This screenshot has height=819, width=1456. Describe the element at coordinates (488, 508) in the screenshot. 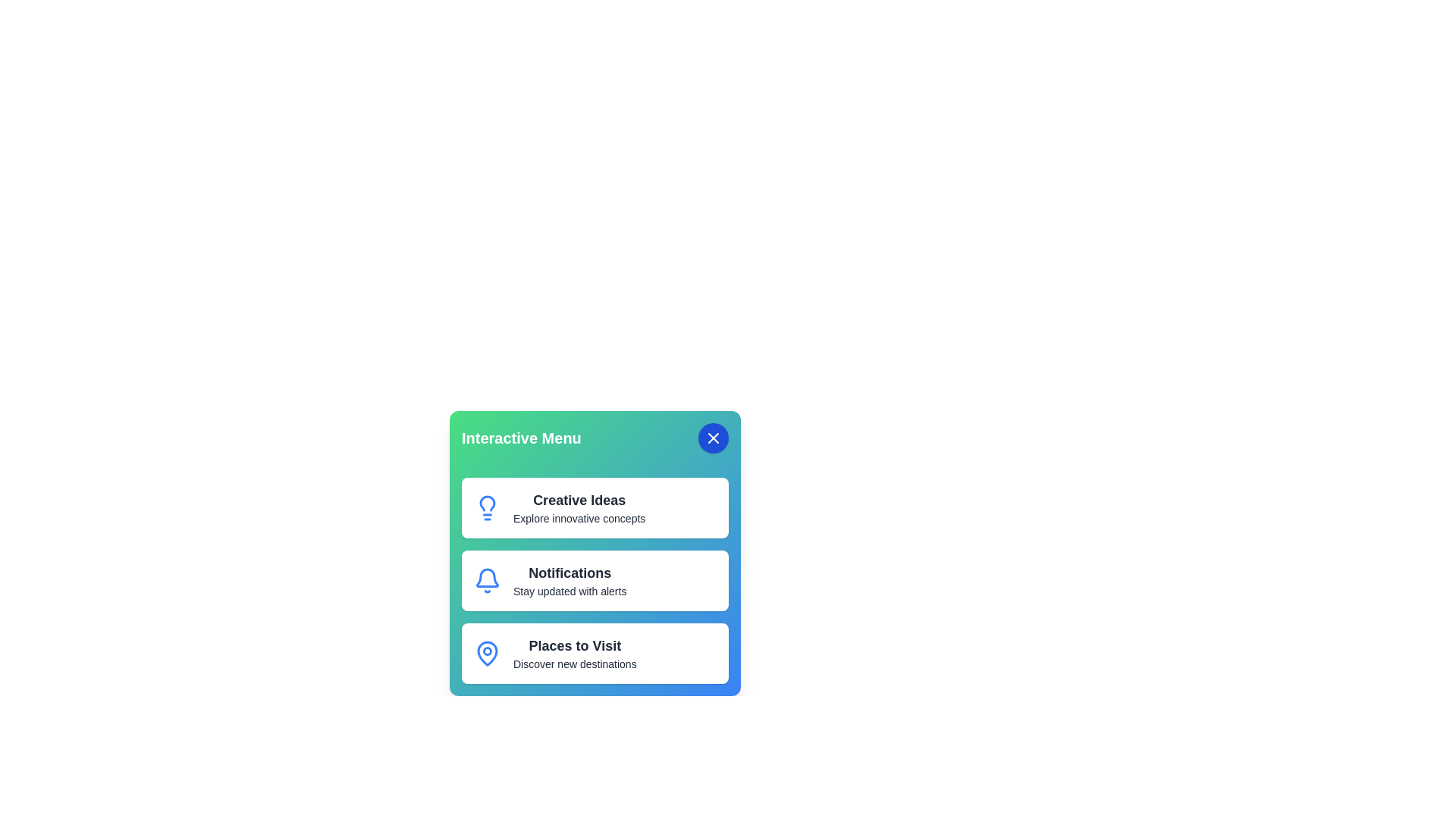

I see `the icon of the menu item Creative Ideas to trigger its visual feedback` at that location.